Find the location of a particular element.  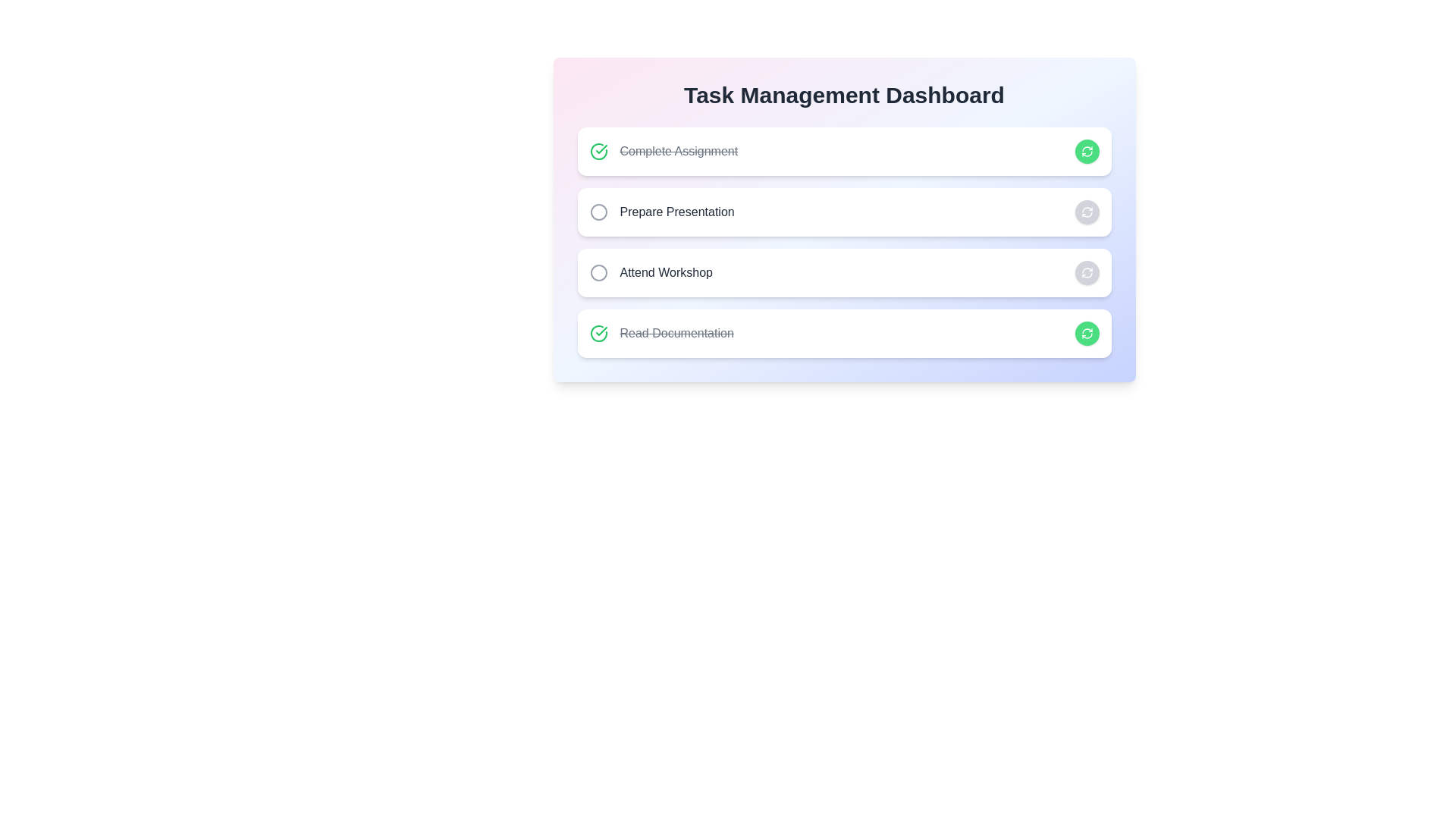

the button corresponding to Read Documentation is located at coordinates (1086, 332).